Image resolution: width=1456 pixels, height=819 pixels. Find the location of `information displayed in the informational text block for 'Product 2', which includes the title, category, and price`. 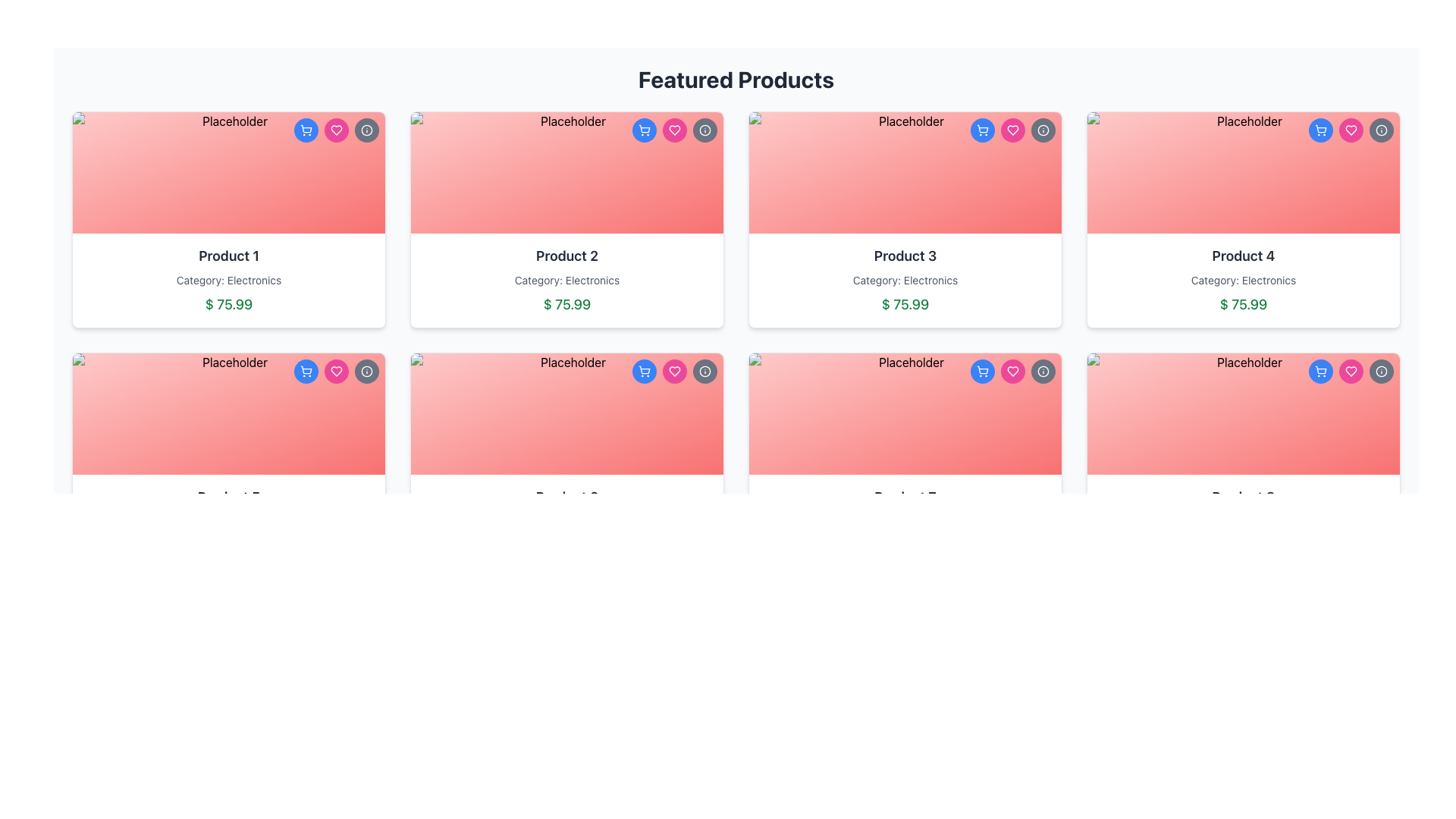

information displayed in the informational text block for 'Product 2', which includes the title, category, and price is located at coordinates (566, 281).